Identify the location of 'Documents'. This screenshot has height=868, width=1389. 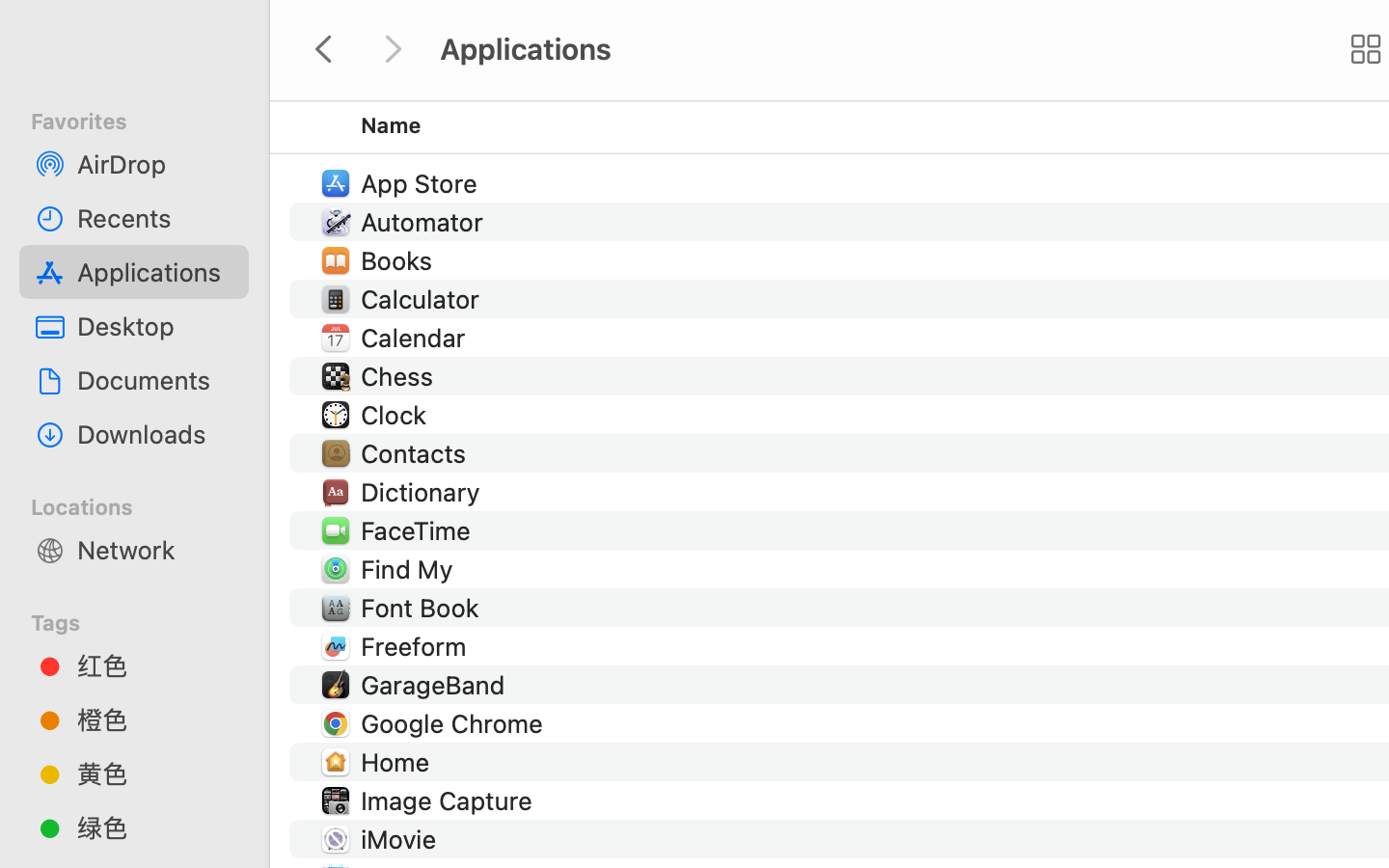
(153, 380).